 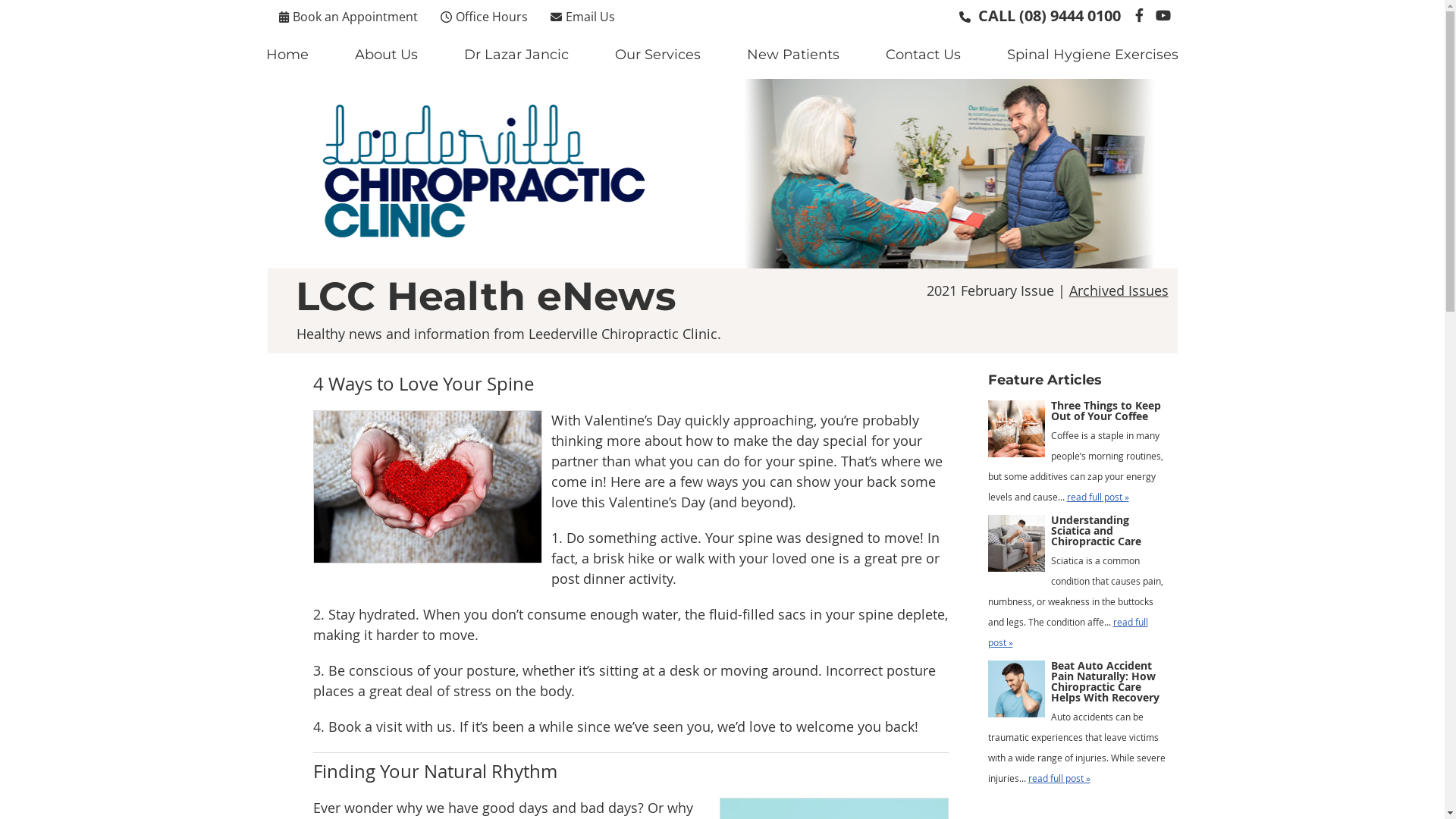 What do you see at coordinates (347, 15) in the screenshot?
I see `'Book an Appointment'` at bounding box center [347, 15].